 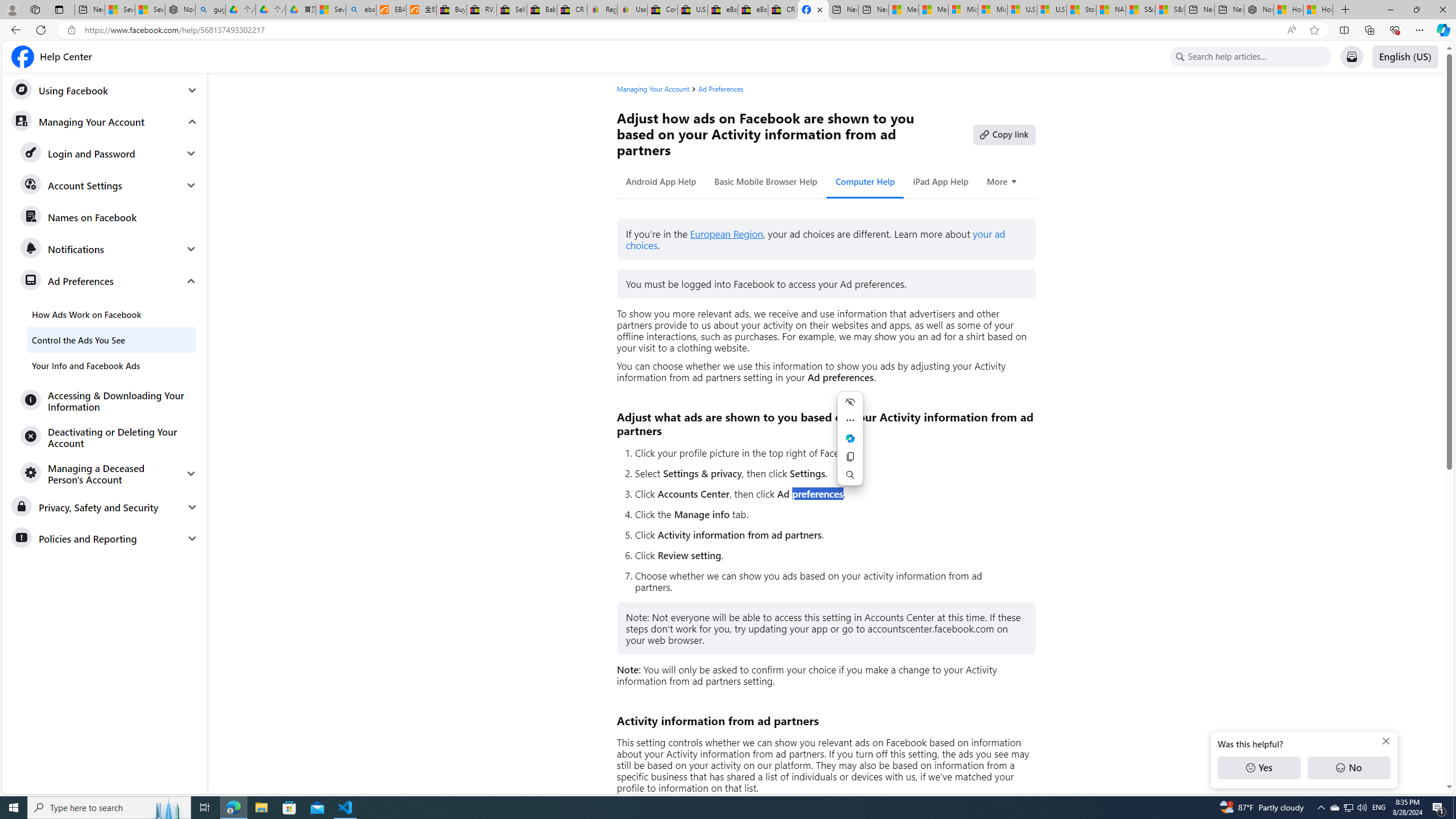 What do you see at coordinates (850, 402) in the screenshot?
I see `'Hide menu'` at bounding box center [850, 402].